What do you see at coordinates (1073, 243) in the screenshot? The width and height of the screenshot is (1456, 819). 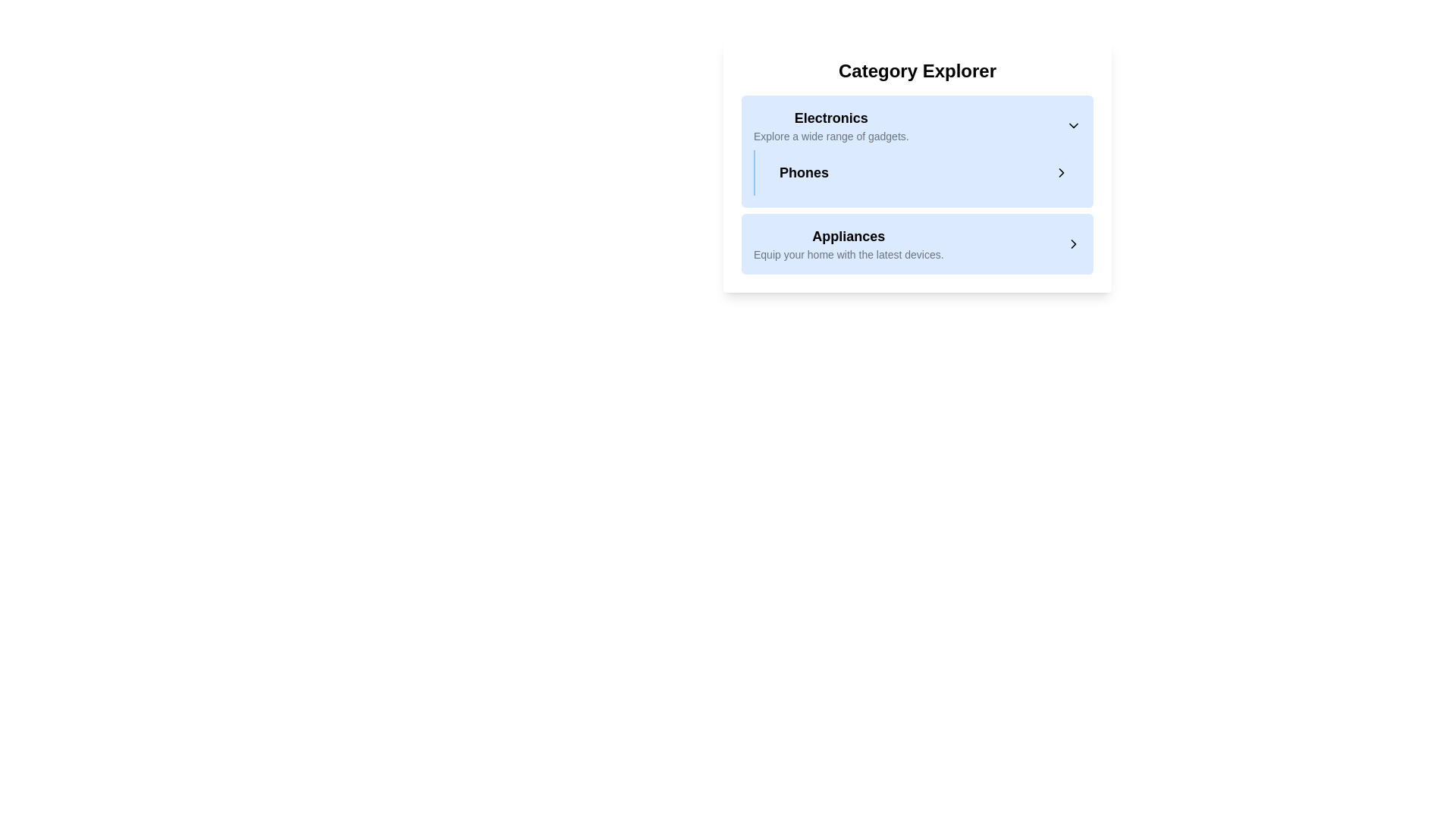 I see `the chevron right icon in the 'Appliances' section of the 'Category Explorer' interface to trigger any potential highlighting or tooltip display` at bounding box center [1073, 243].